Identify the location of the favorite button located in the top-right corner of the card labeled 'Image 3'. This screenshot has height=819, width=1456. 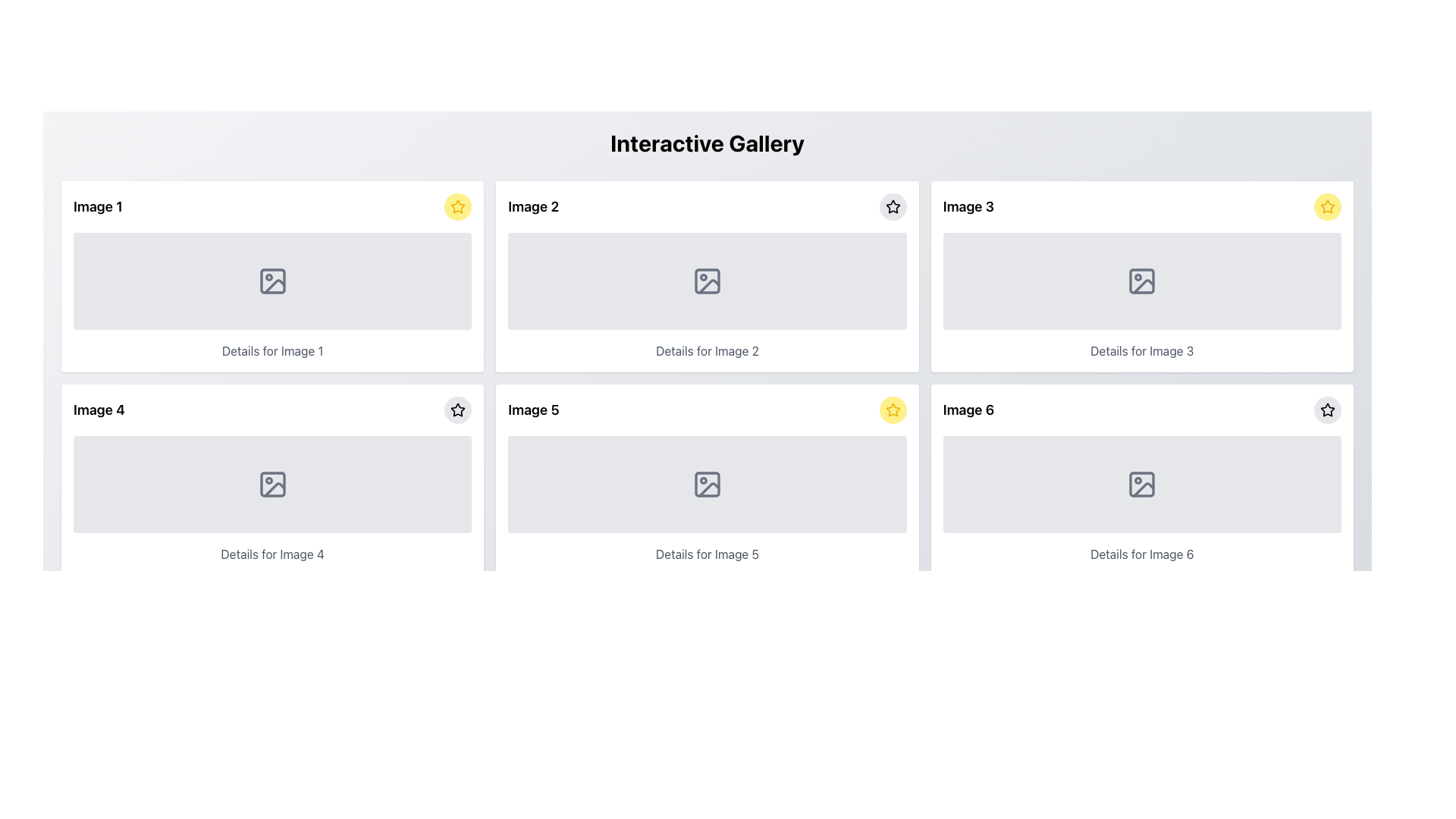
(1326, 207).